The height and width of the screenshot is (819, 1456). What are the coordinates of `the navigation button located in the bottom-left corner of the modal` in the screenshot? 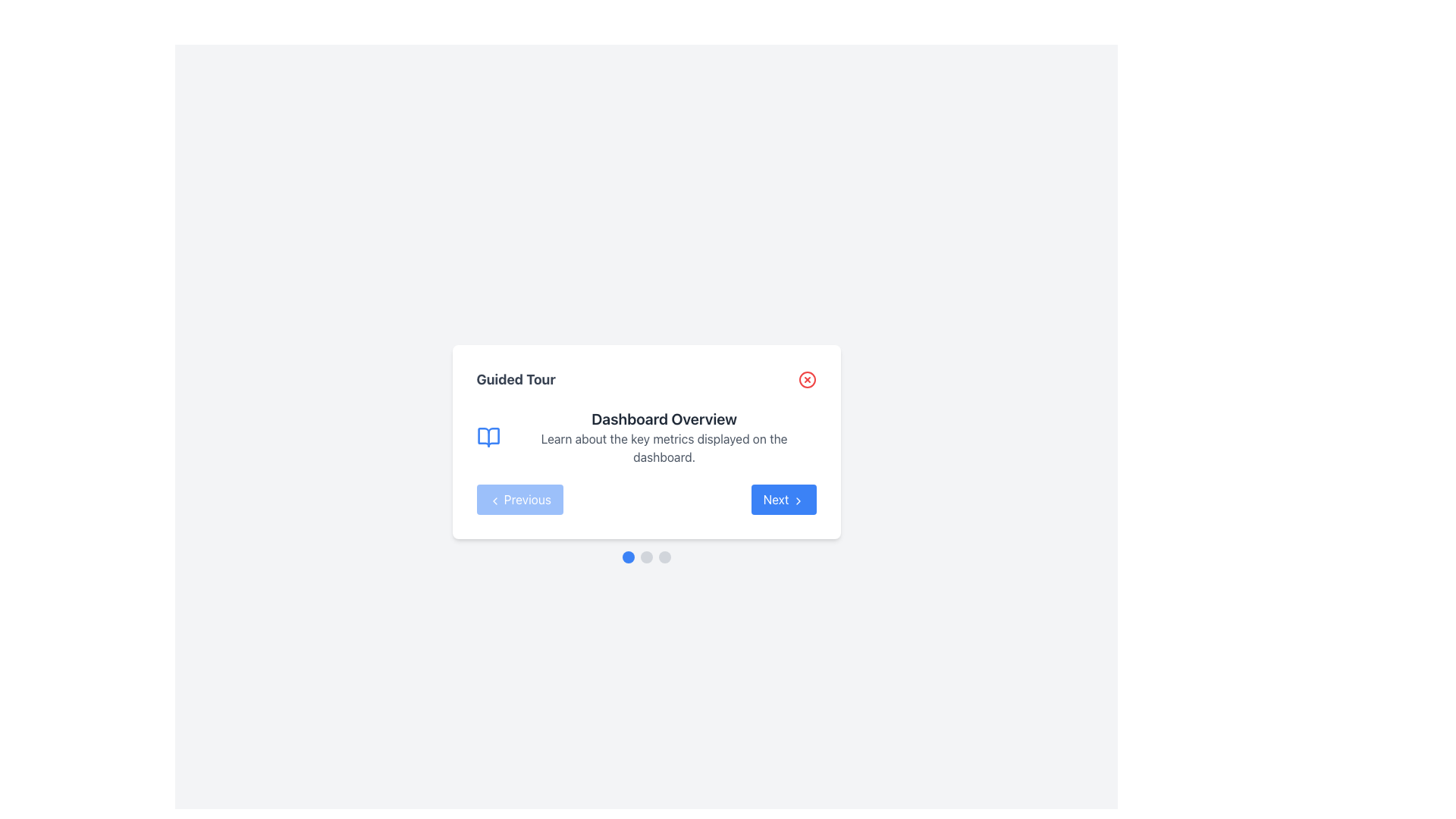 It's located at (519, 500).